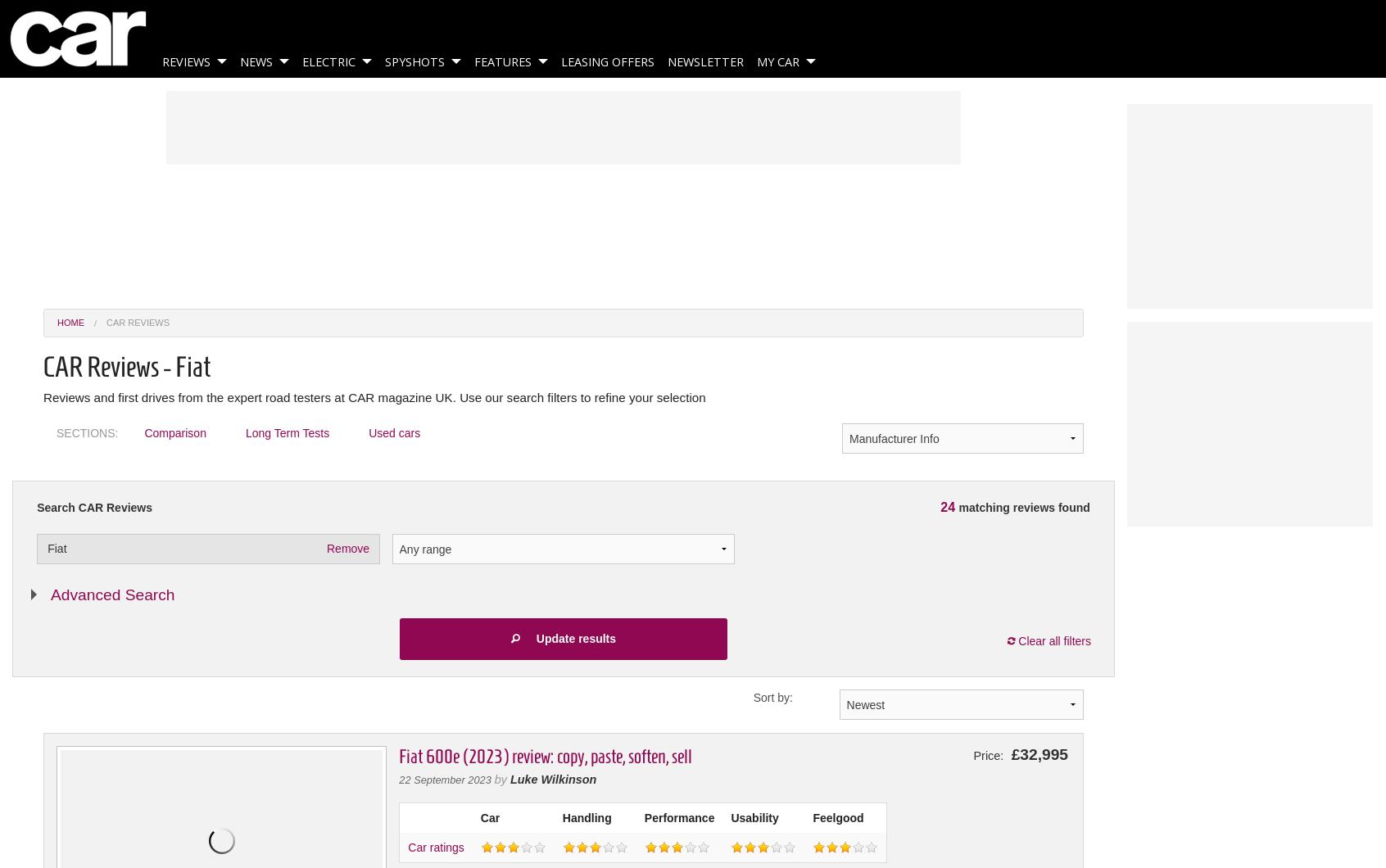 This screenshot has width=1386, height=868. Describe the element at coordinates (502, 61) in the screenshot. I see `'Features'` at that location.